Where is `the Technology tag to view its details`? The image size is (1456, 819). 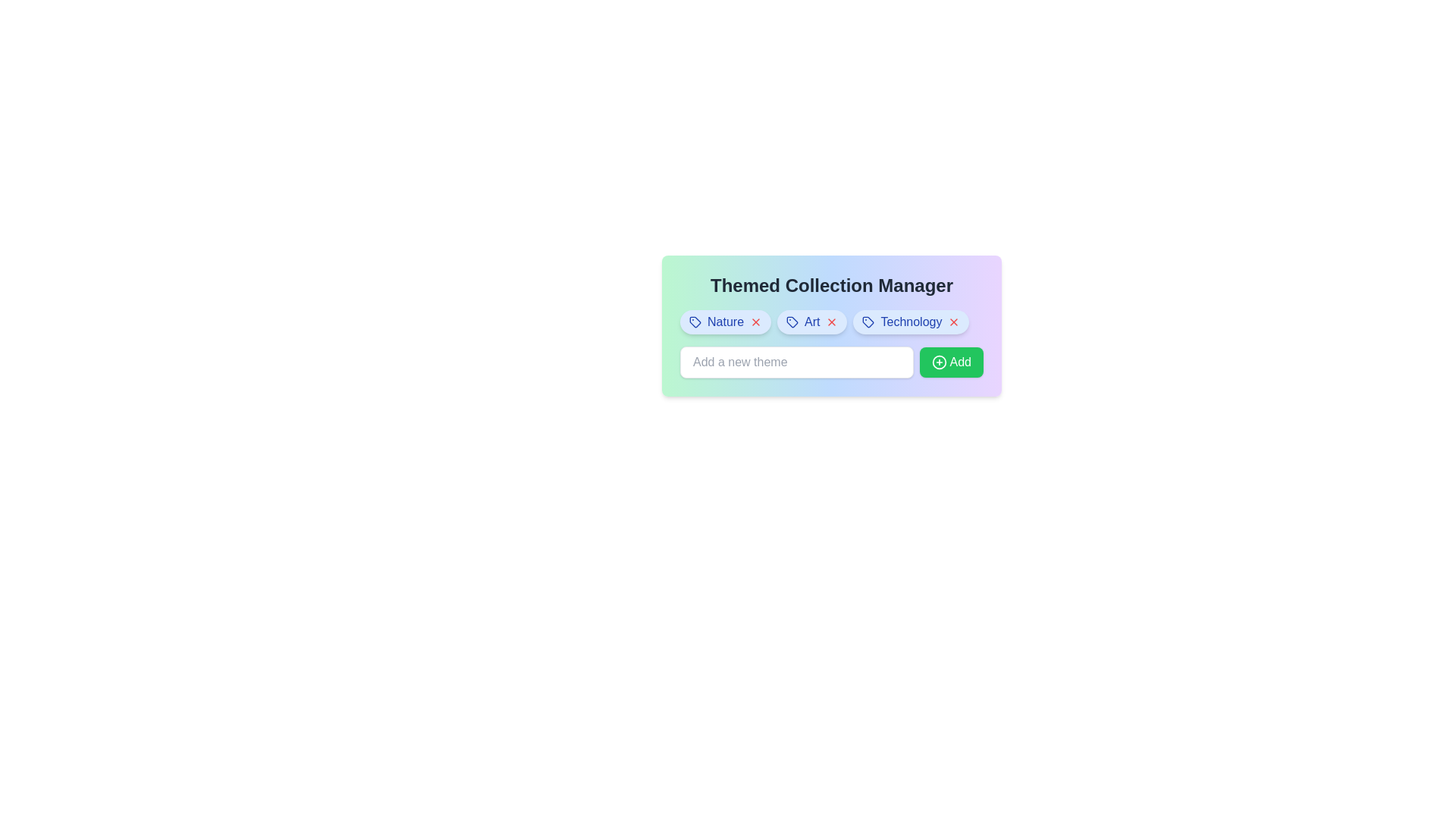 the Technology tag to view its details is located at coordinates (910, 321).